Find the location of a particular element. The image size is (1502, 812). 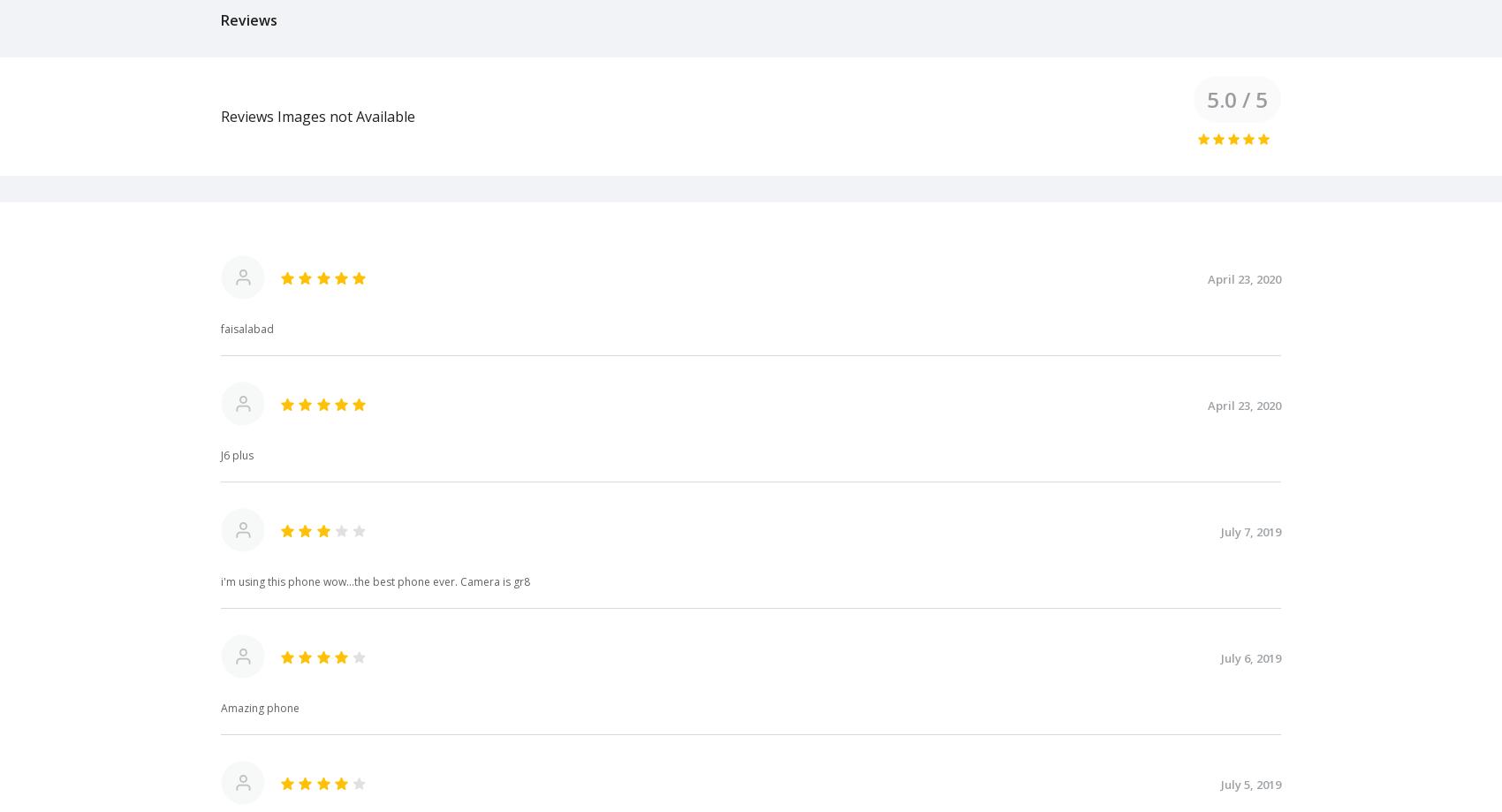

'J6 plus' is located at coordinates (237, 453).